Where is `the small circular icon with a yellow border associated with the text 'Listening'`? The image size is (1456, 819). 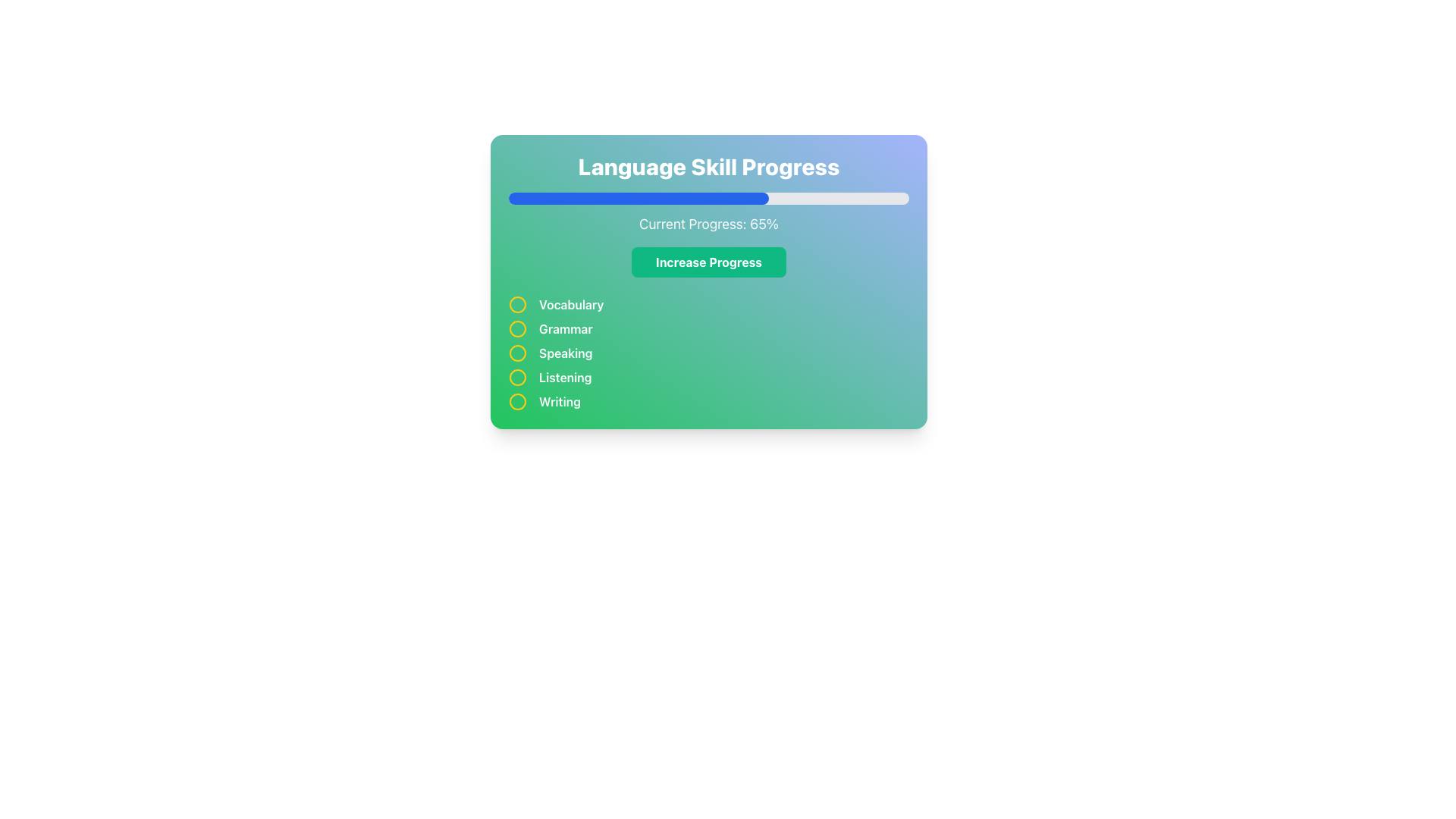 the small circular icon with a yellow border associated with the text 'Listening' is located at coordinates (517, 376).